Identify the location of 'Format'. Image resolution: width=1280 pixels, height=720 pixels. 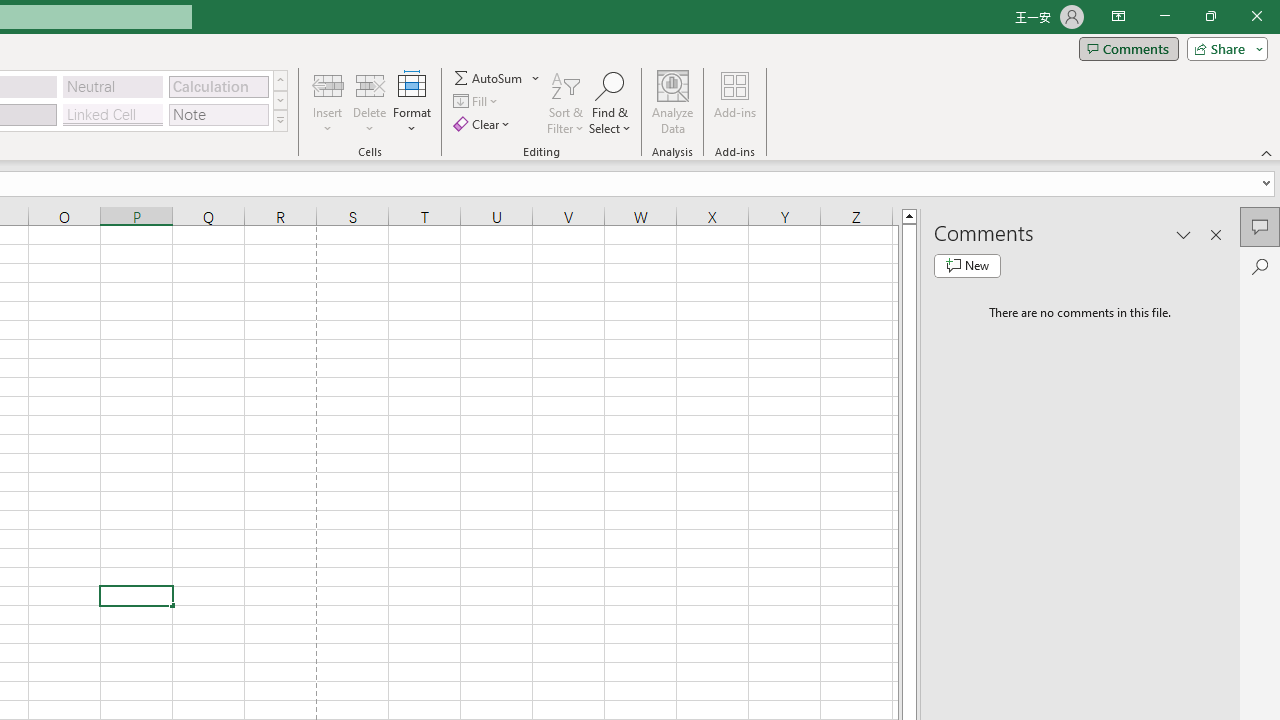
(411, 103).